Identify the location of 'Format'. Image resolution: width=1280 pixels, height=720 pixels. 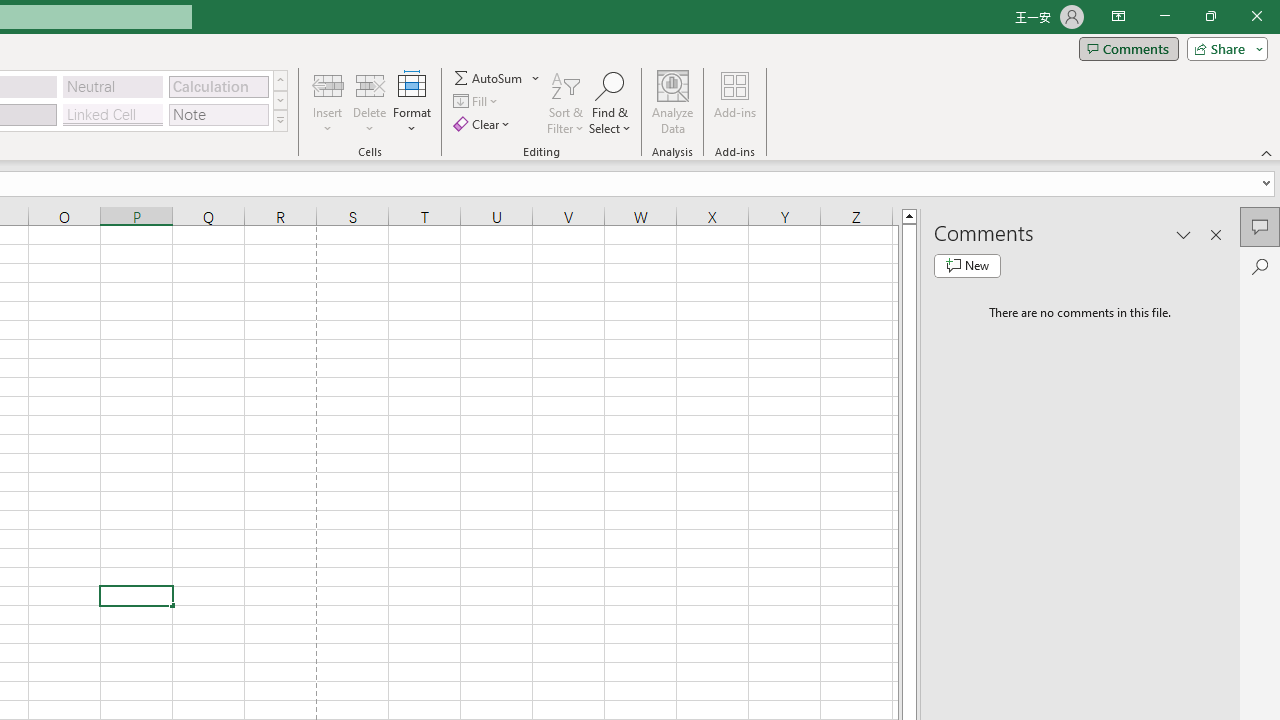
(411, 103).